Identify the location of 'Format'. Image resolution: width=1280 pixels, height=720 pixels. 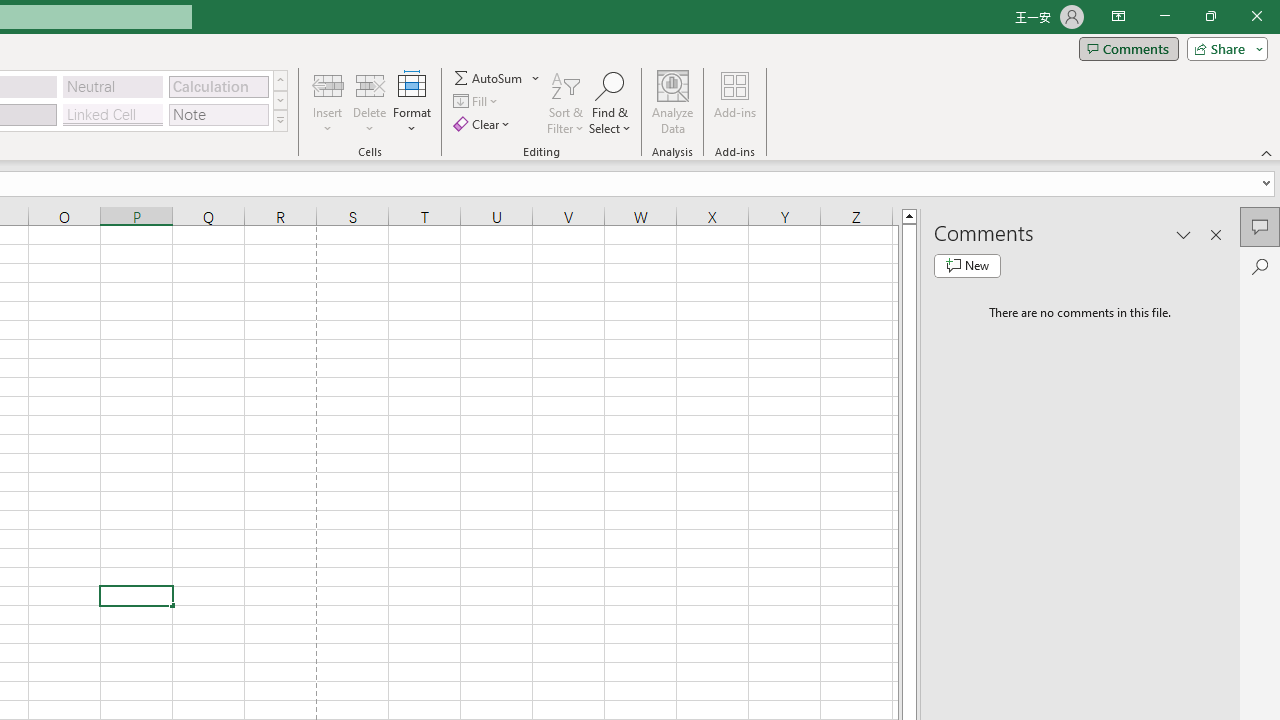
(411, 103).